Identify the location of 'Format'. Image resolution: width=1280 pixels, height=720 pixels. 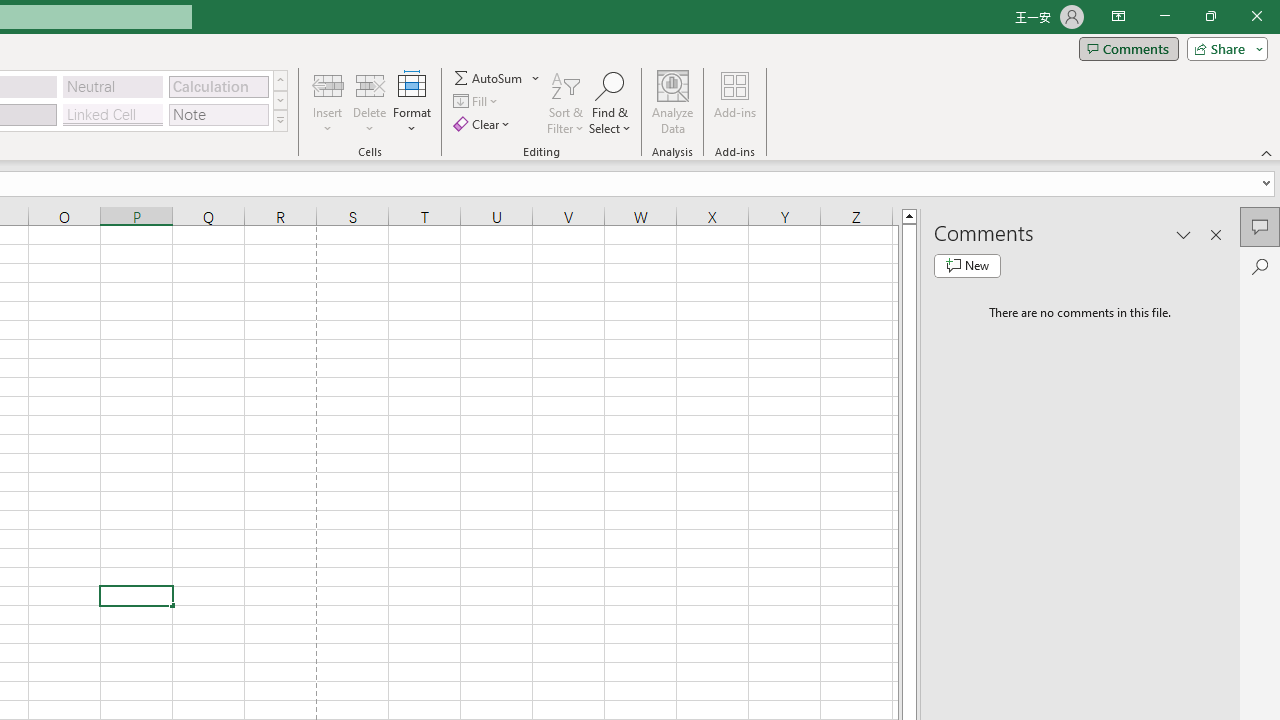
(411, 103).